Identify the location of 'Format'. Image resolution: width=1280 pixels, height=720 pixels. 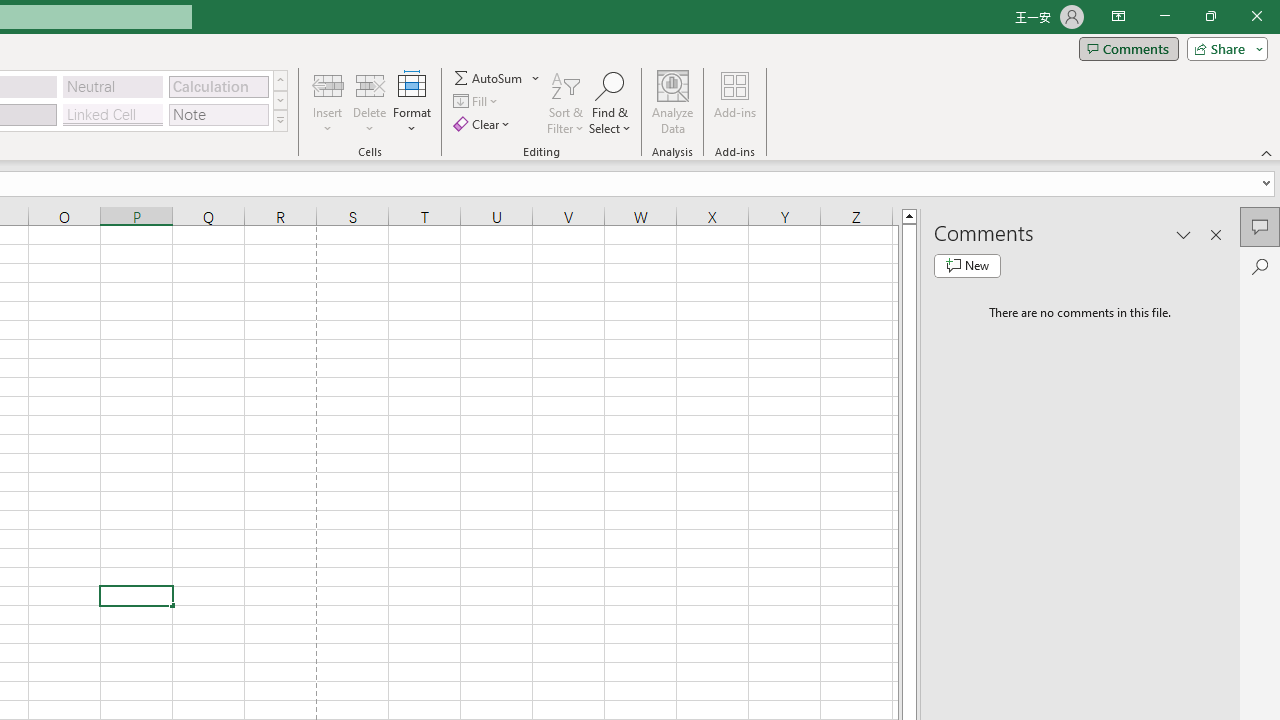
(411, 103).